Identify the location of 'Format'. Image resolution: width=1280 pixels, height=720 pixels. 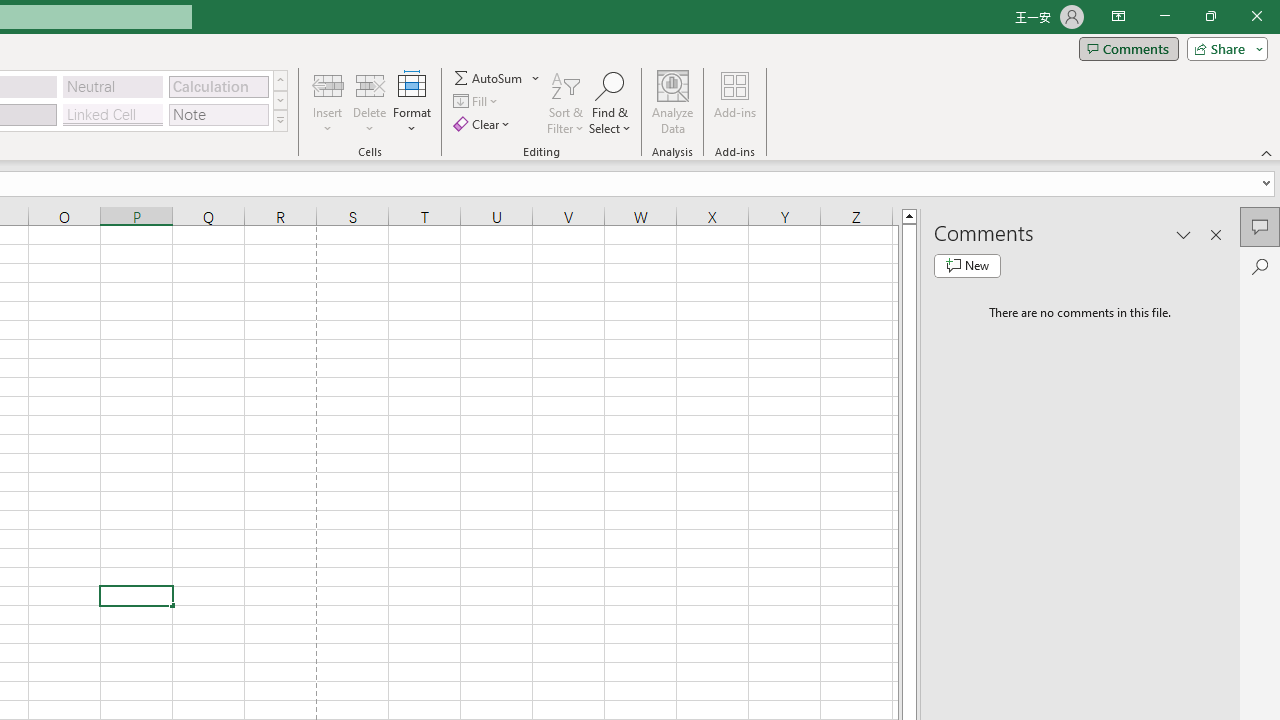
(411, 103).